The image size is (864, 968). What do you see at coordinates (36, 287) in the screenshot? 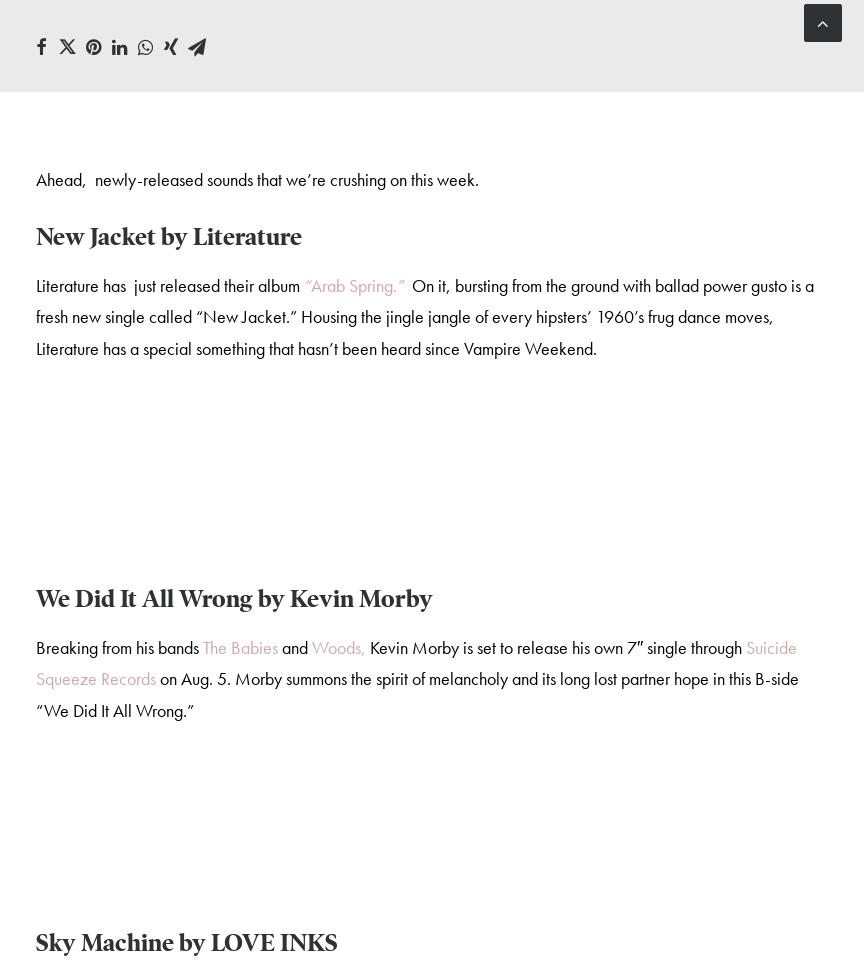
I see `'Literature has  just released their album'` at bounding box center [36, 287].